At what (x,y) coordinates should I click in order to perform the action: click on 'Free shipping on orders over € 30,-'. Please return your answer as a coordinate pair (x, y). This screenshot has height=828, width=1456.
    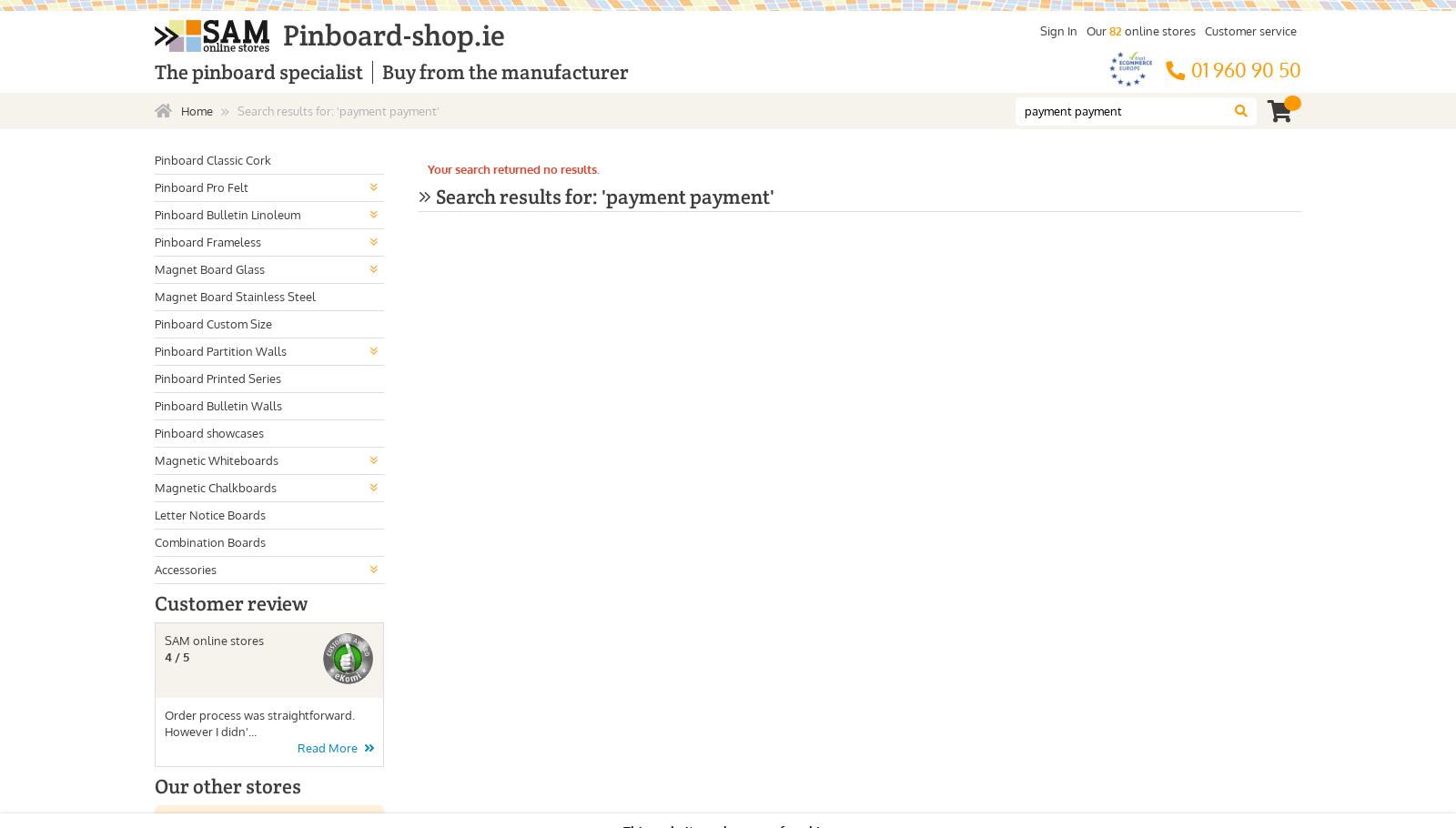
    Looking at the image, I should click on (534, 70).